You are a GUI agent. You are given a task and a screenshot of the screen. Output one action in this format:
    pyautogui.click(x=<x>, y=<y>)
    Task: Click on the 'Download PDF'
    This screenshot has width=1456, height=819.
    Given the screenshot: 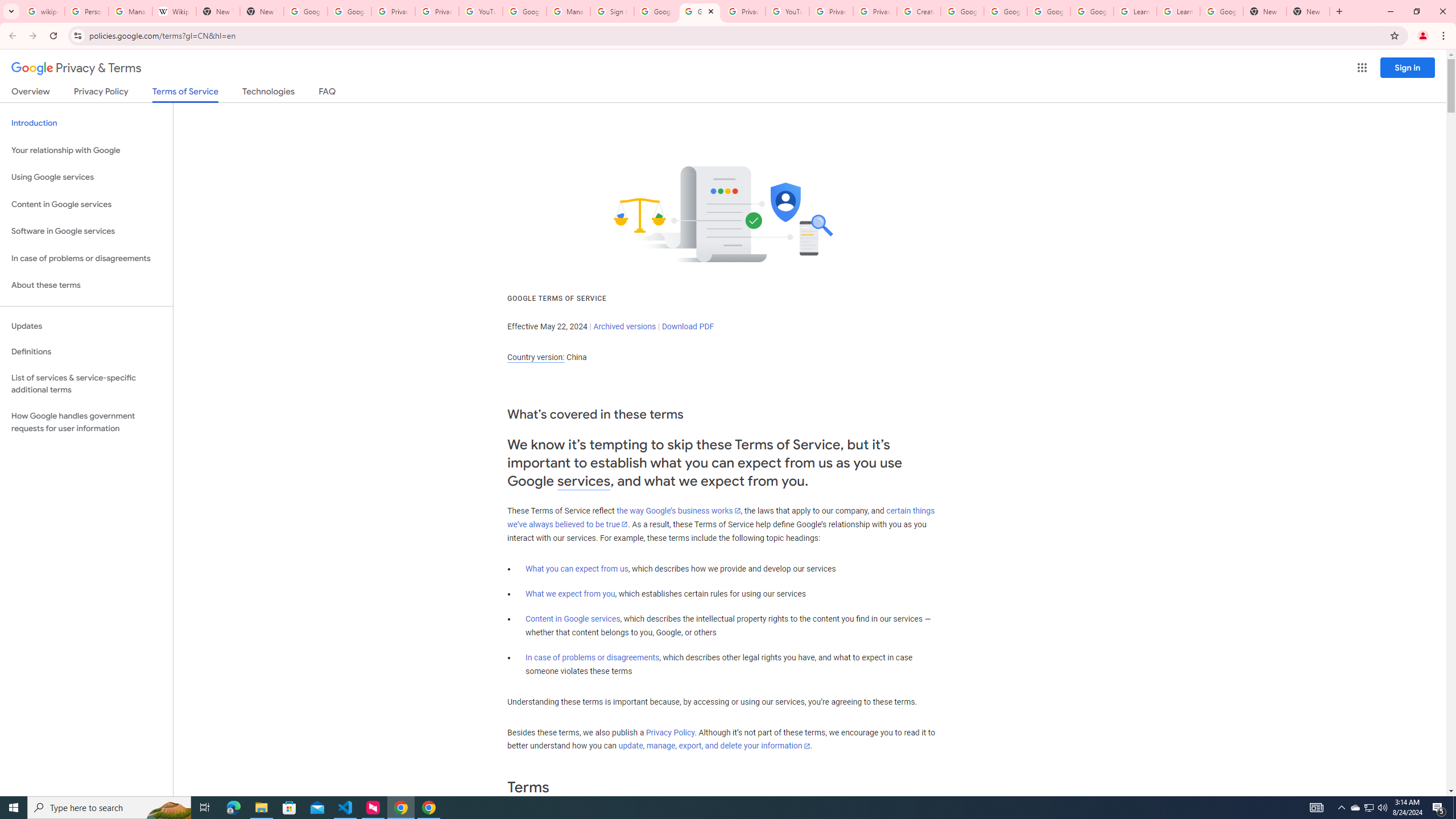 What is the action you would take?
    pyautogui.click(x=687, y=325)
    